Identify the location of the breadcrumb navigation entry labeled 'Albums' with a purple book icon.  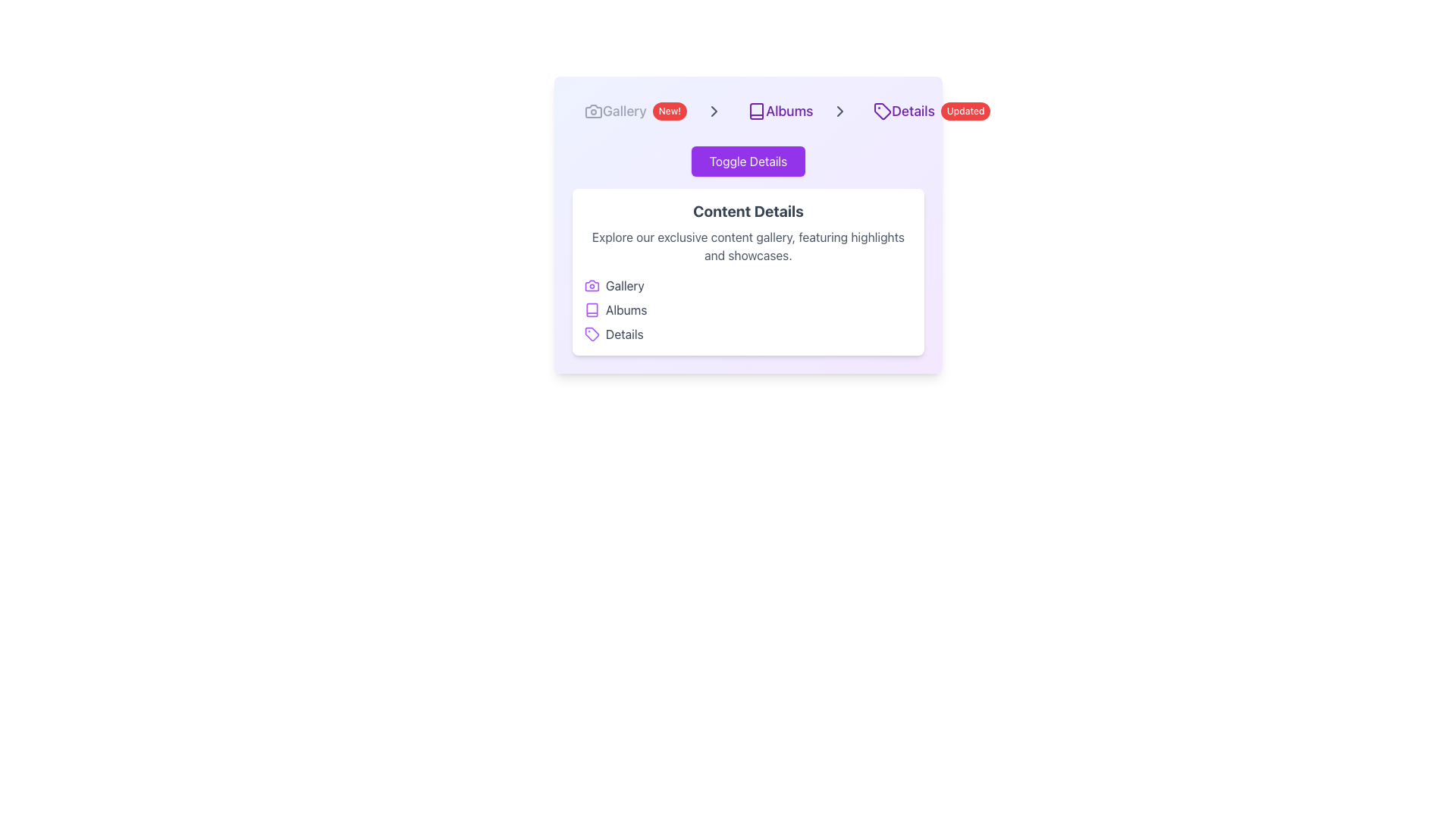
(748, 110).